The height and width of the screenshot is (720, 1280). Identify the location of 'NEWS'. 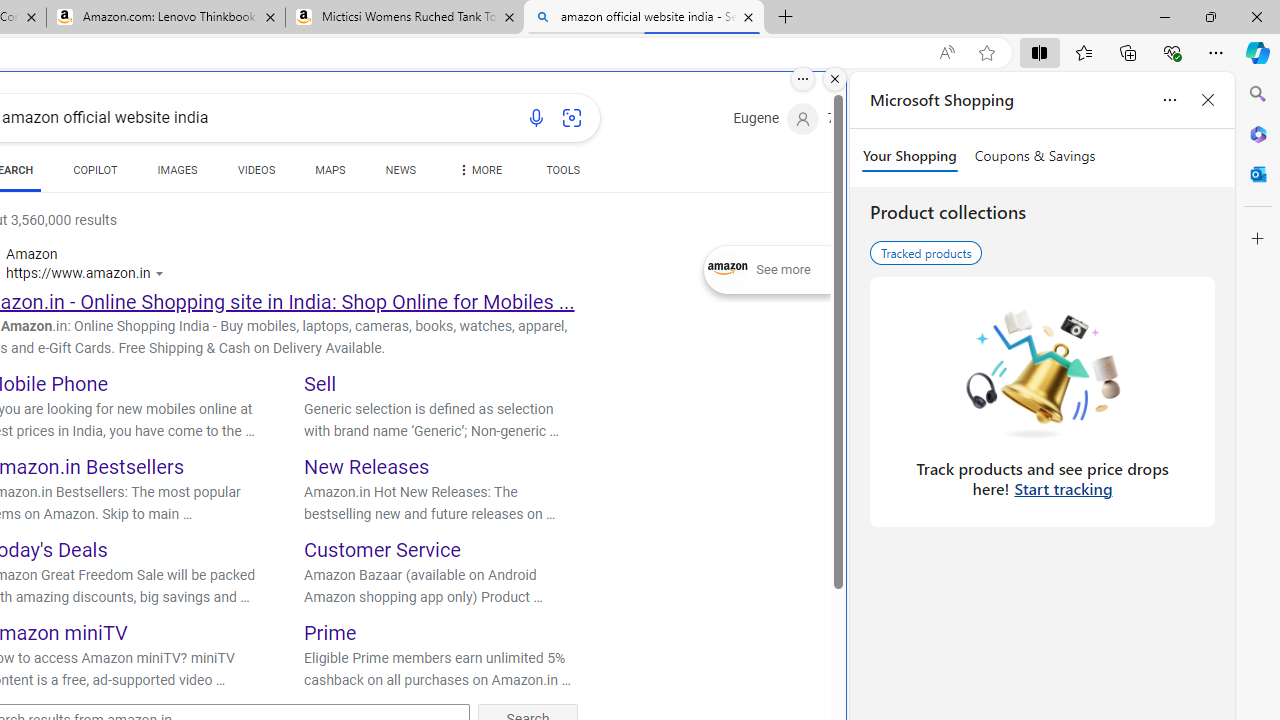
(400, 172).